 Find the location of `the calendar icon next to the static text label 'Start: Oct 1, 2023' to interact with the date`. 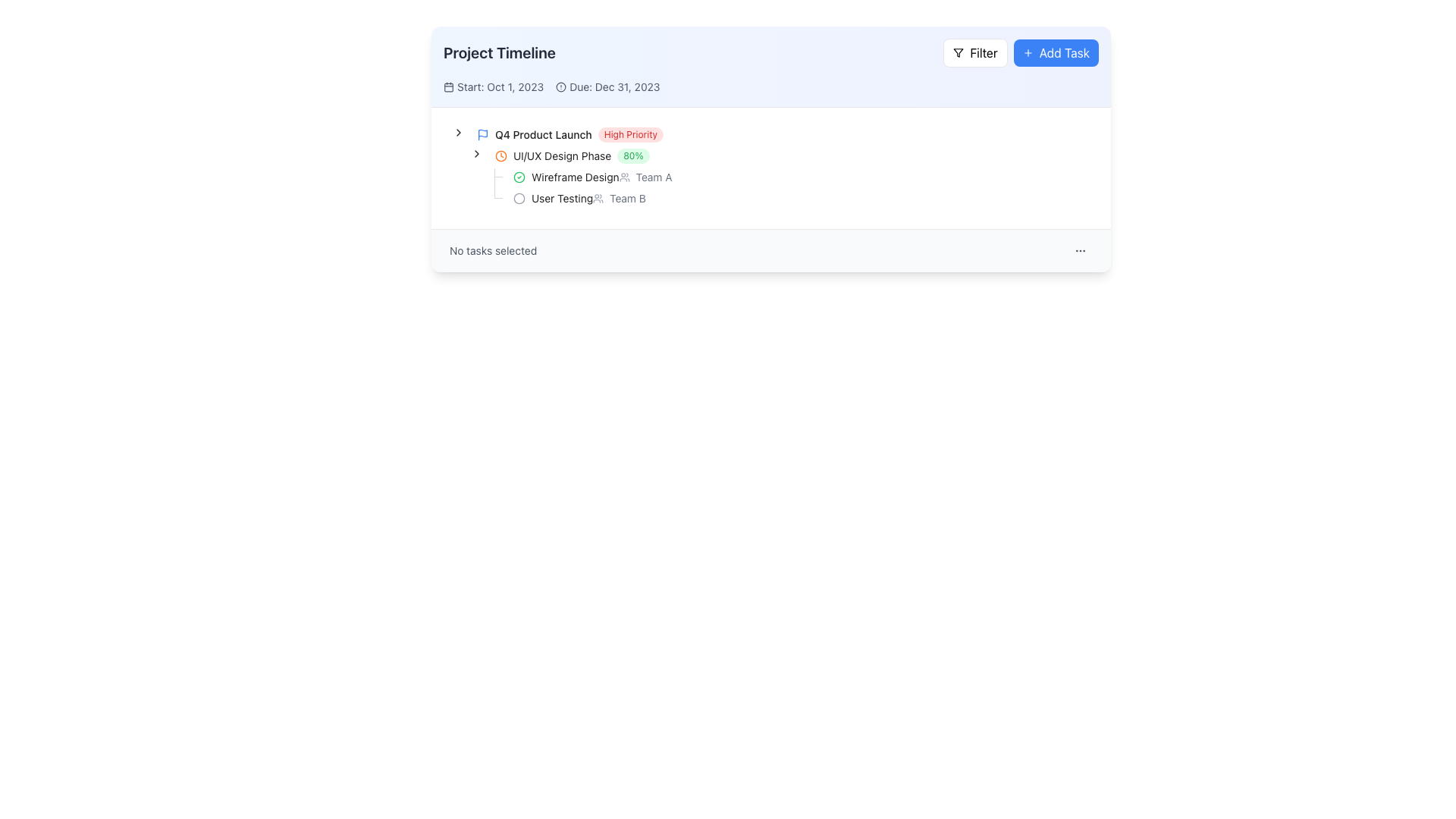

the calendar icon next to the static text label 'Start: Oct 1, 2023' to interact with the date is located at coordinates (494, 87).